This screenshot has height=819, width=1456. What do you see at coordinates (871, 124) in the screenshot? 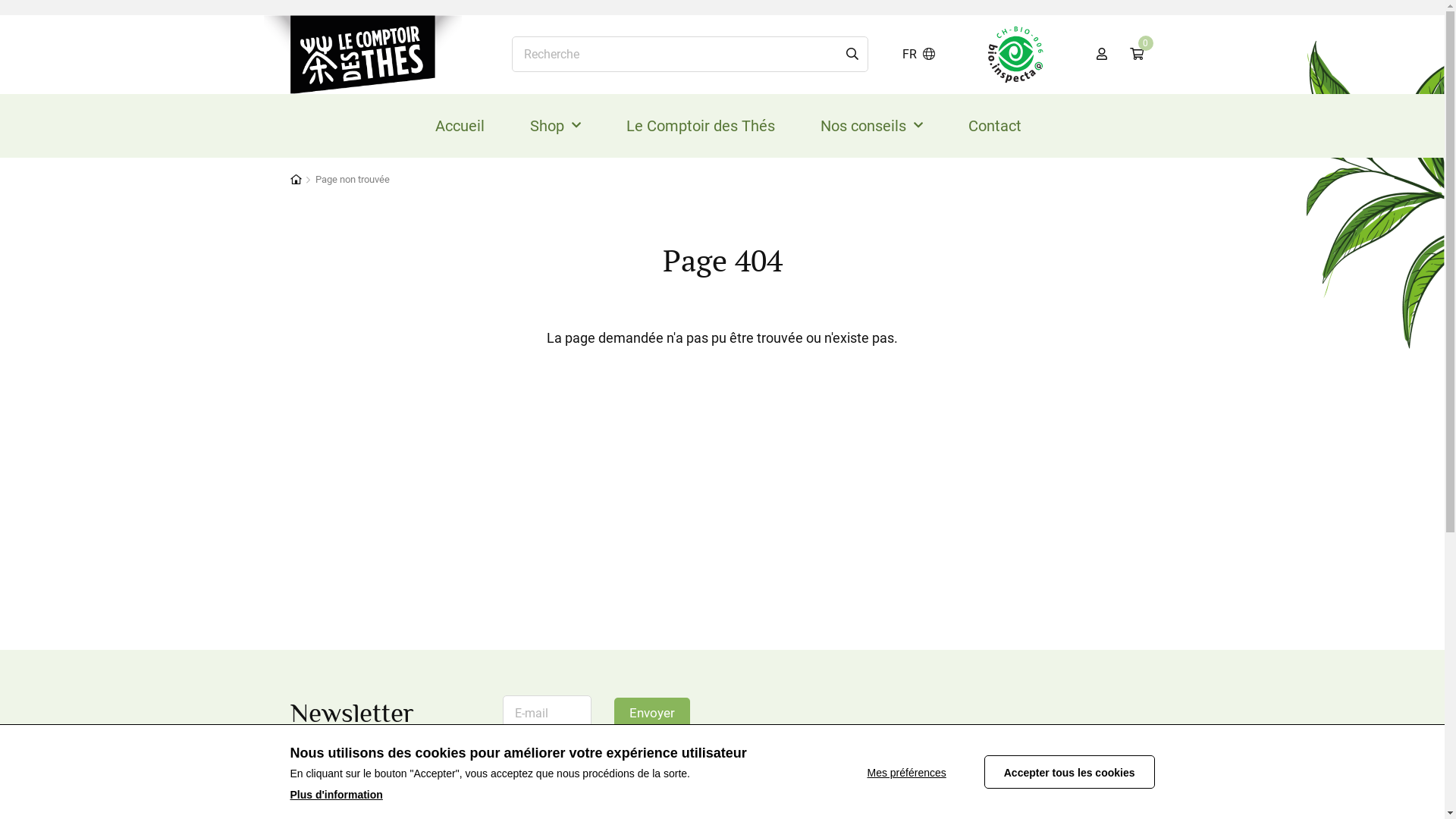
I see `'Nos conseils'` at bounding box center [871, 124].